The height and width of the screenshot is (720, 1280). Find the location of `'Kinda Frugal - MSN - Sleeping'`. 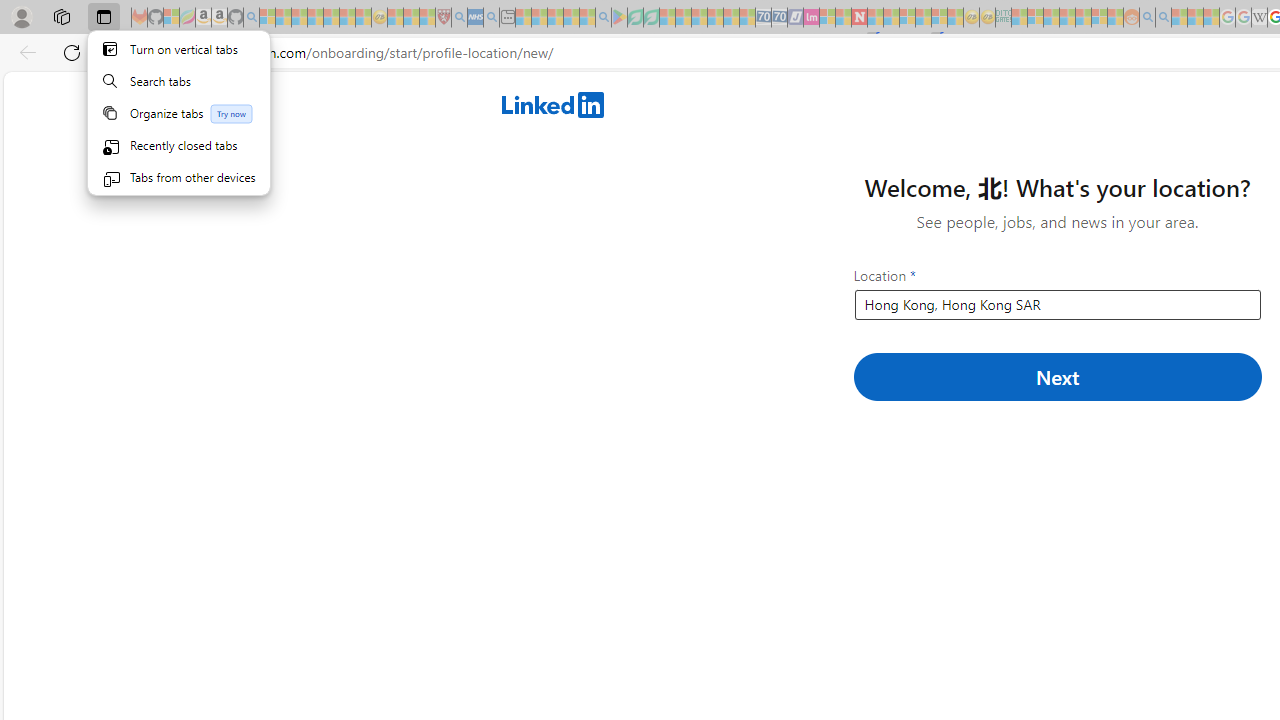

'Kinda Frugal - MSN - Sleeping' is located at coordinates (1082, 17).